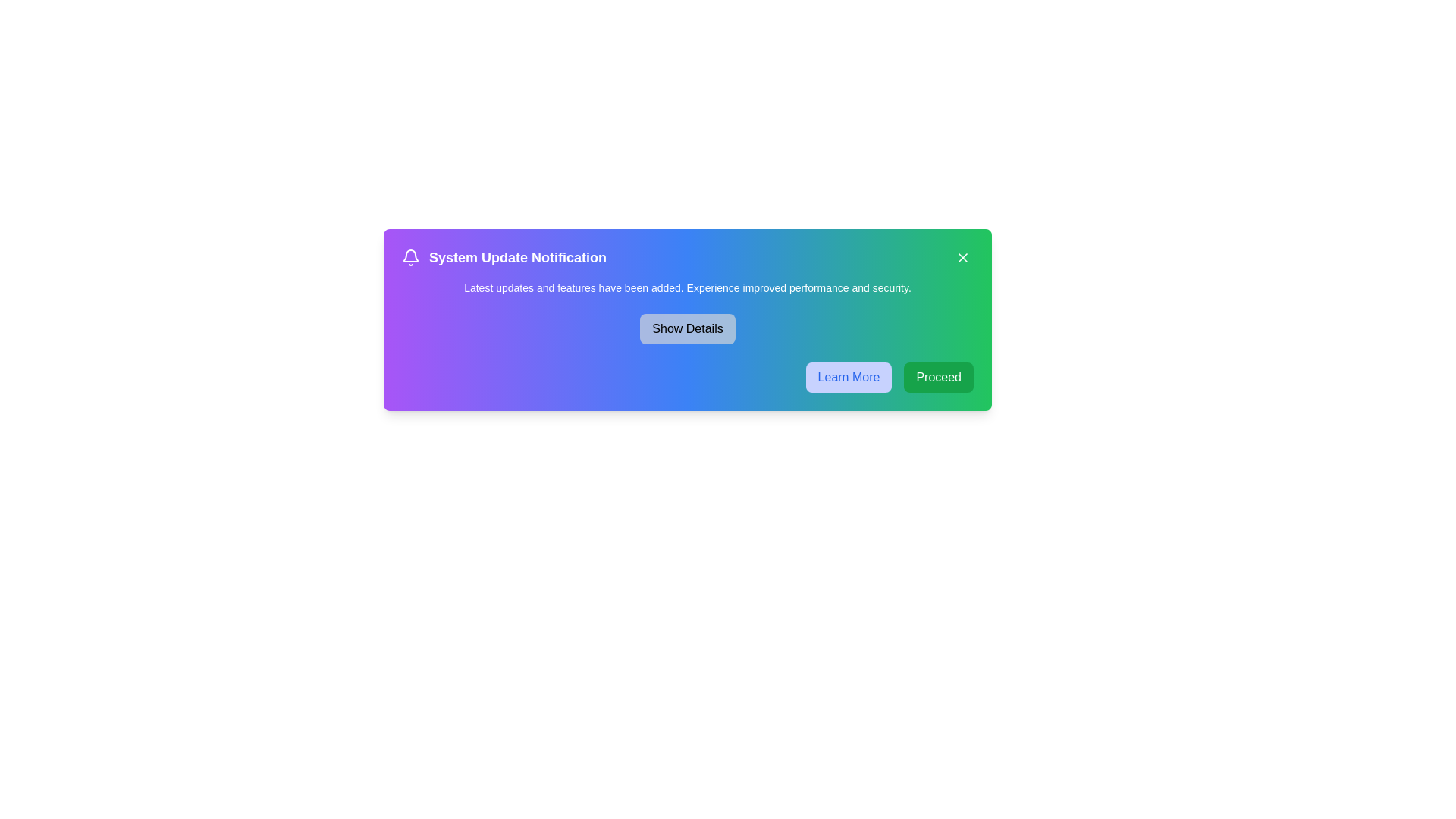  Describe the element at coordinates (962, 256) in the screenshot. I see `the small, diagonal cross icon (Close/Dismiss) located in the top-right corner of the notification card` at that location.